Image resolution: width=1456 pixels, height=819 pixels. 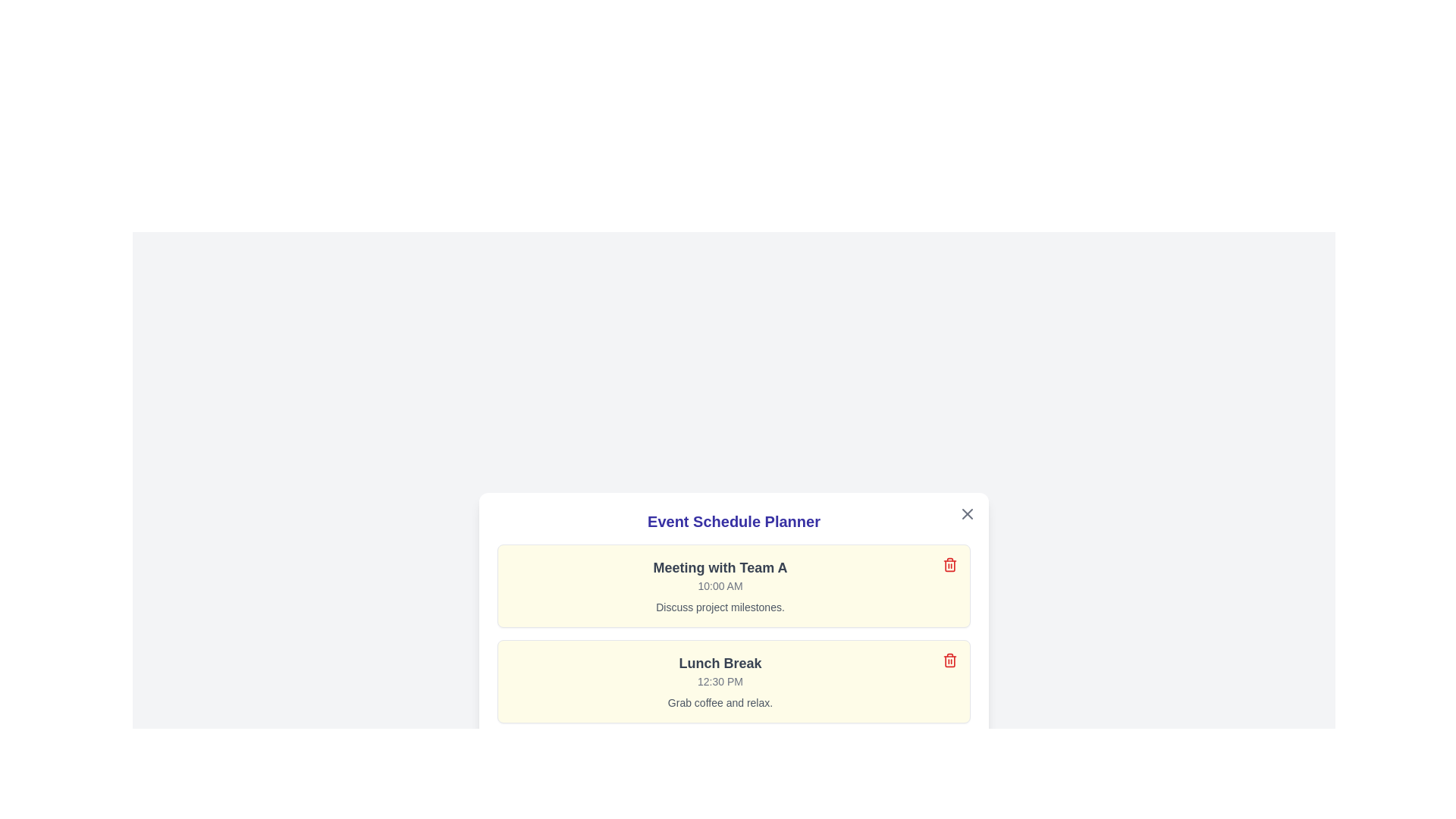 What do you see at coordinates (720, 702) in the screenshot?
I see `the static text element displaying 'Grab coffee and relax.' located at the bottom of the 'Lunch Break' section in the schedule planner` at bounding box center [720, 702].